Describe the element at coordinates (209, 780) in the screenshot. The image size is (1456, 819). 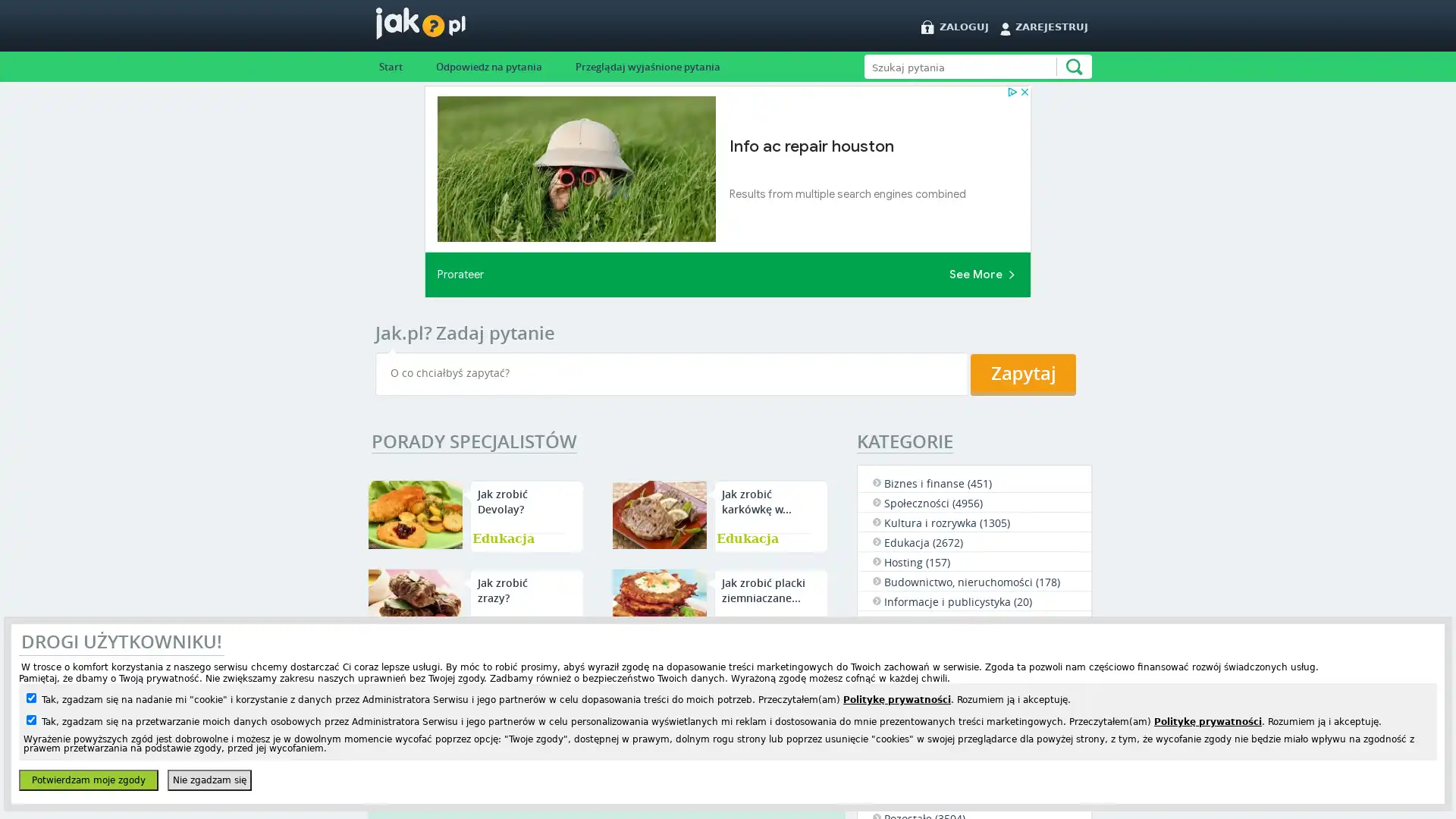
I see `Nie zgadzam sie` at that location.